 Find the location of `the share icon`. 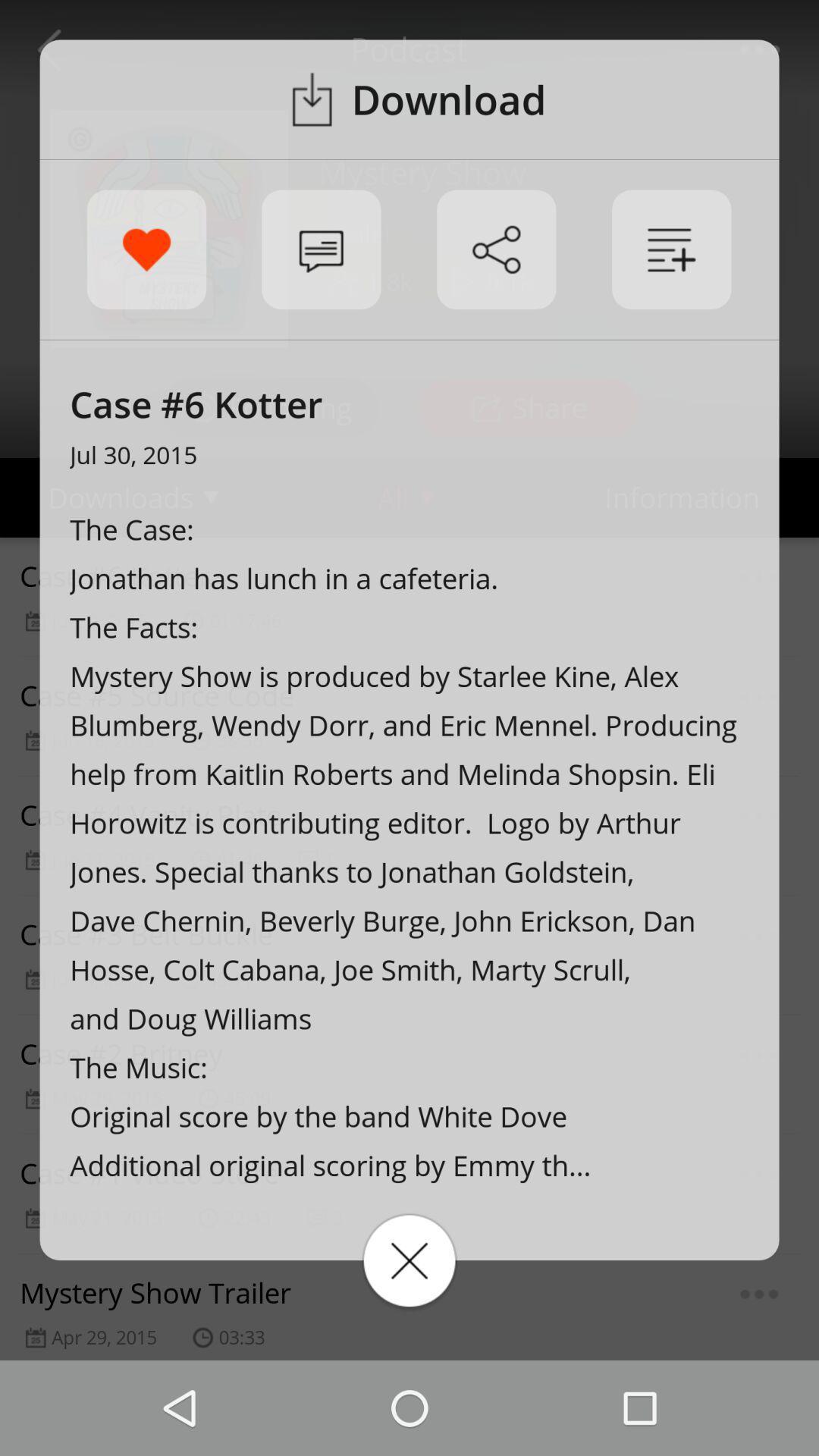

the share icon is located at coordinates (496, 267).